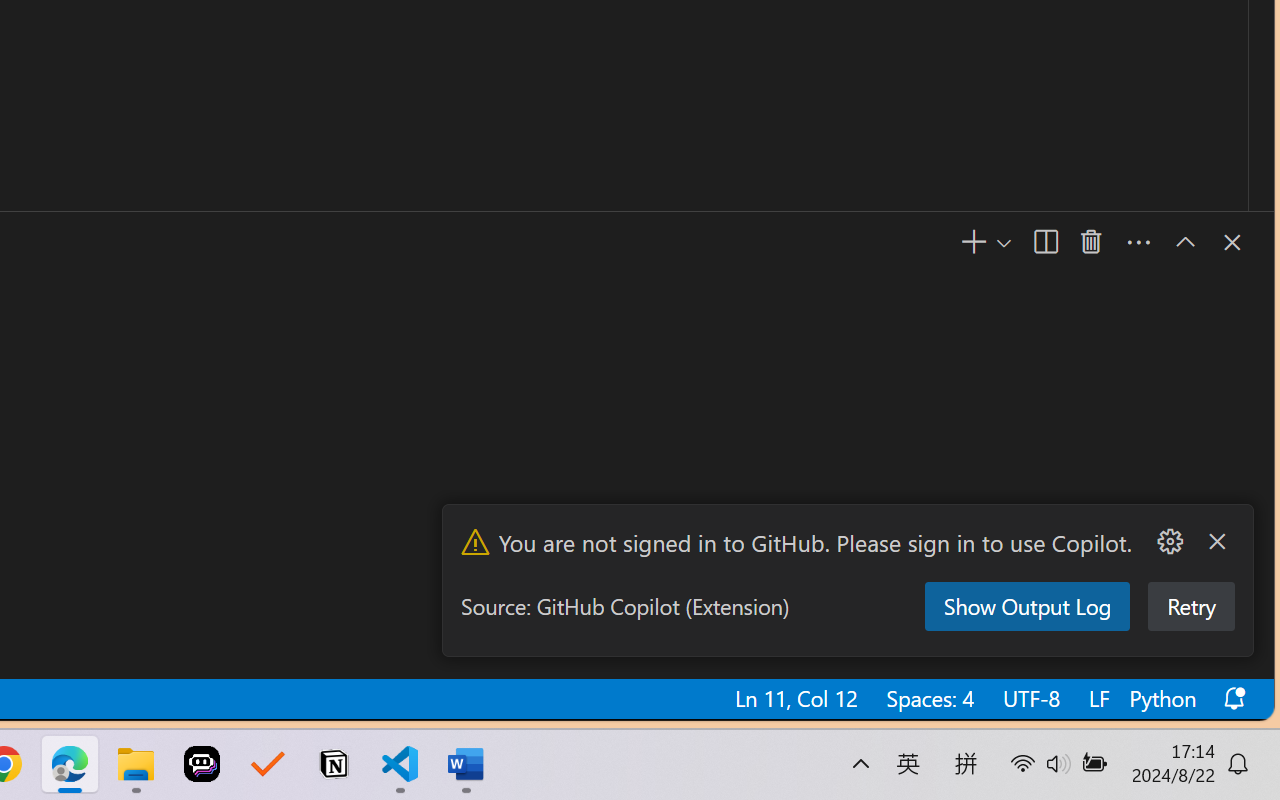  I want to click on 'Spaces: 4', so click(928, 698).